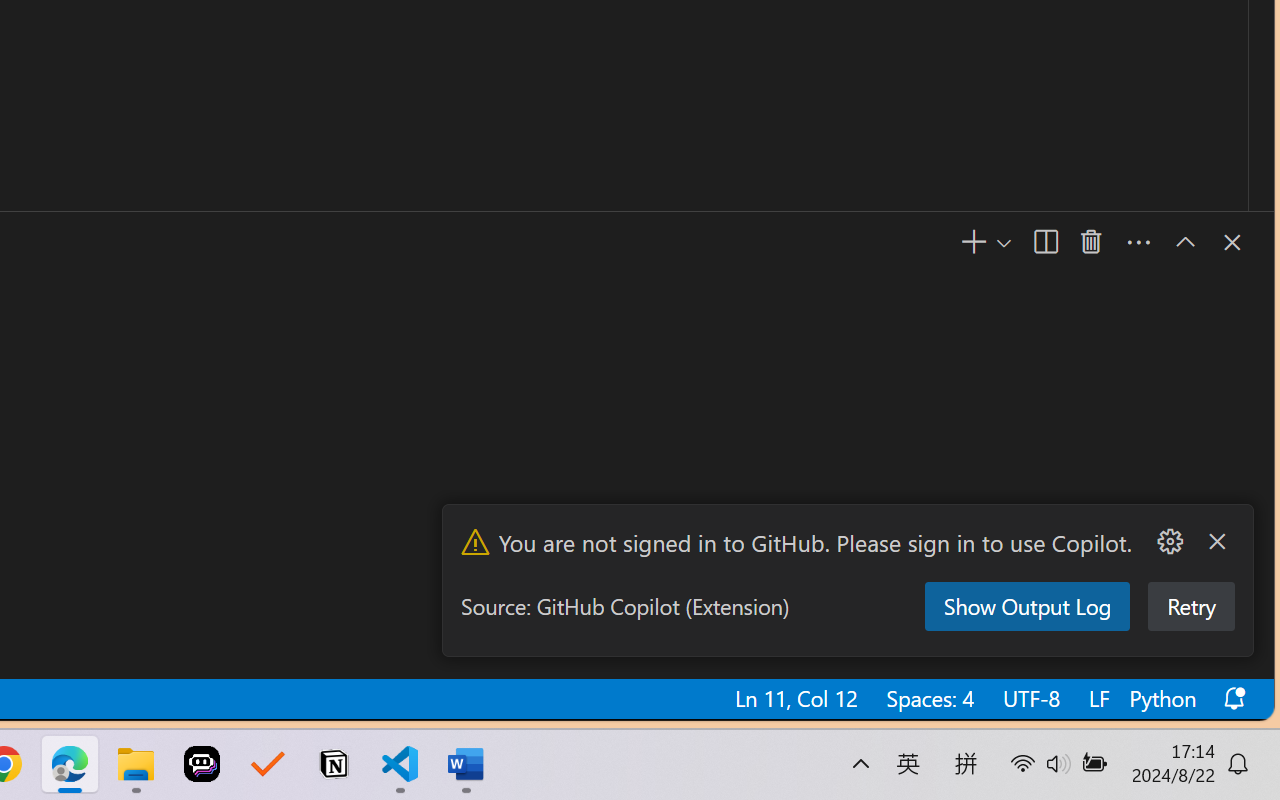  I want to click on 'Spaces: 4', so click(928, 698).